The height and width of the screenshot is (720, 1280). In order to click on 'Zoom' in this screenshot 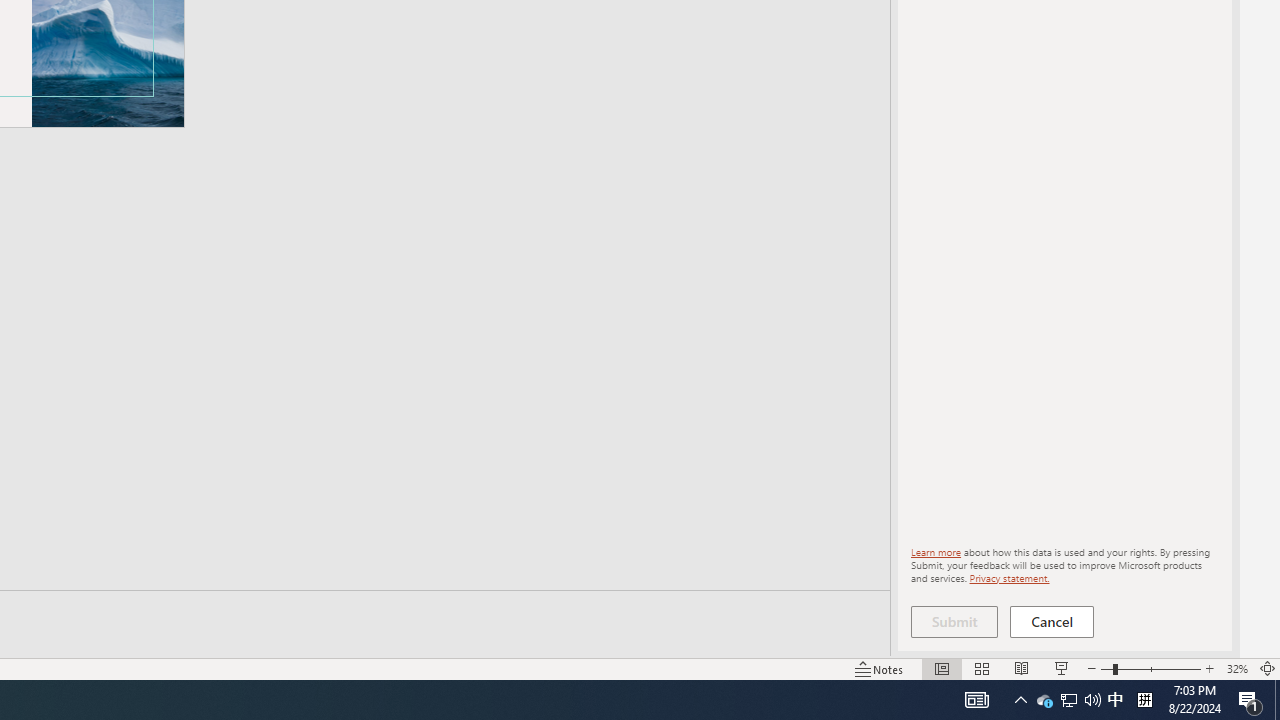, I will do `click(1150, 669)`.